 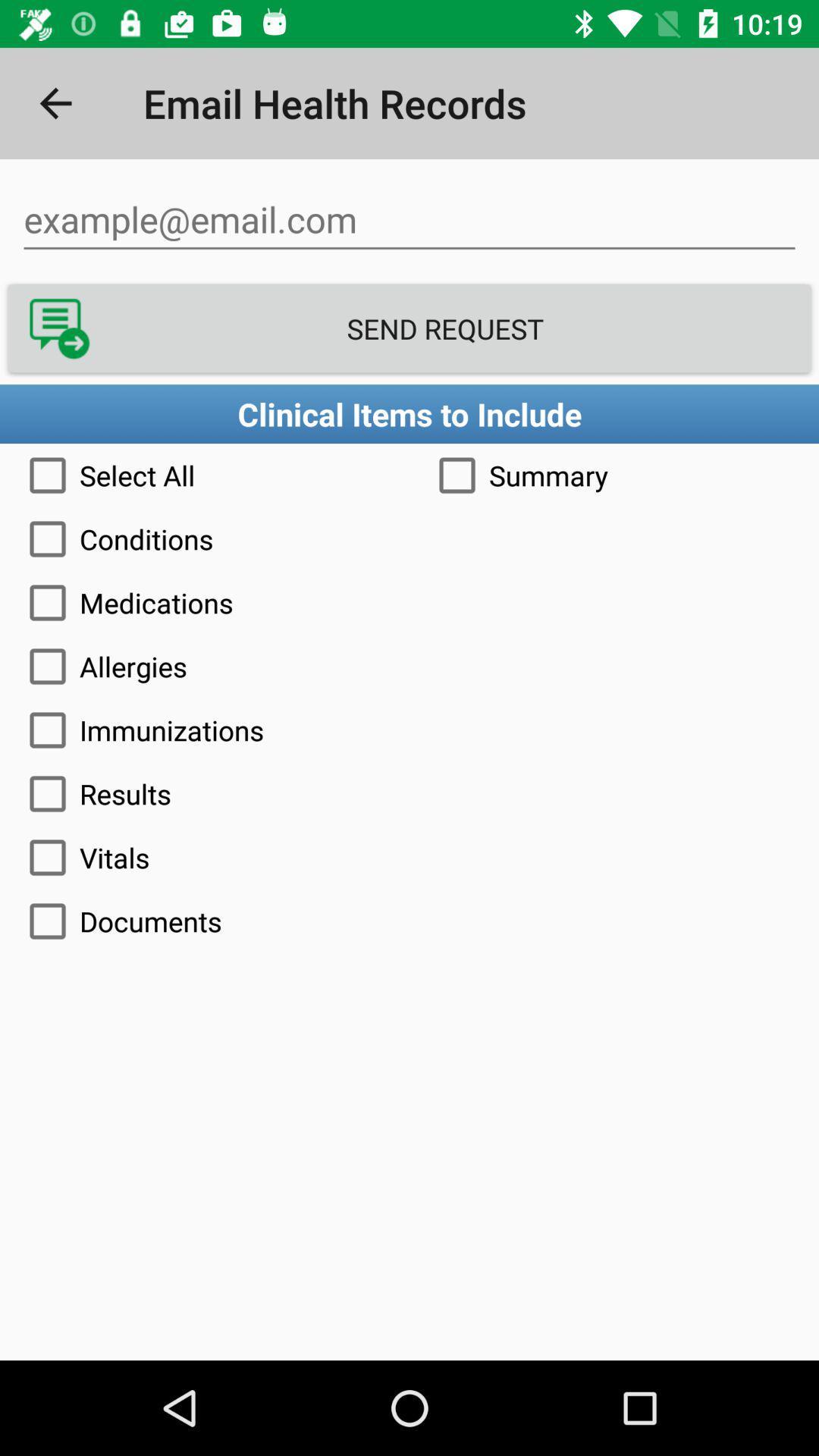 What do you see at coordinates (409, 730) in the screenshot?
I see `the icon below allergies item` at bounding box center [409, 730].